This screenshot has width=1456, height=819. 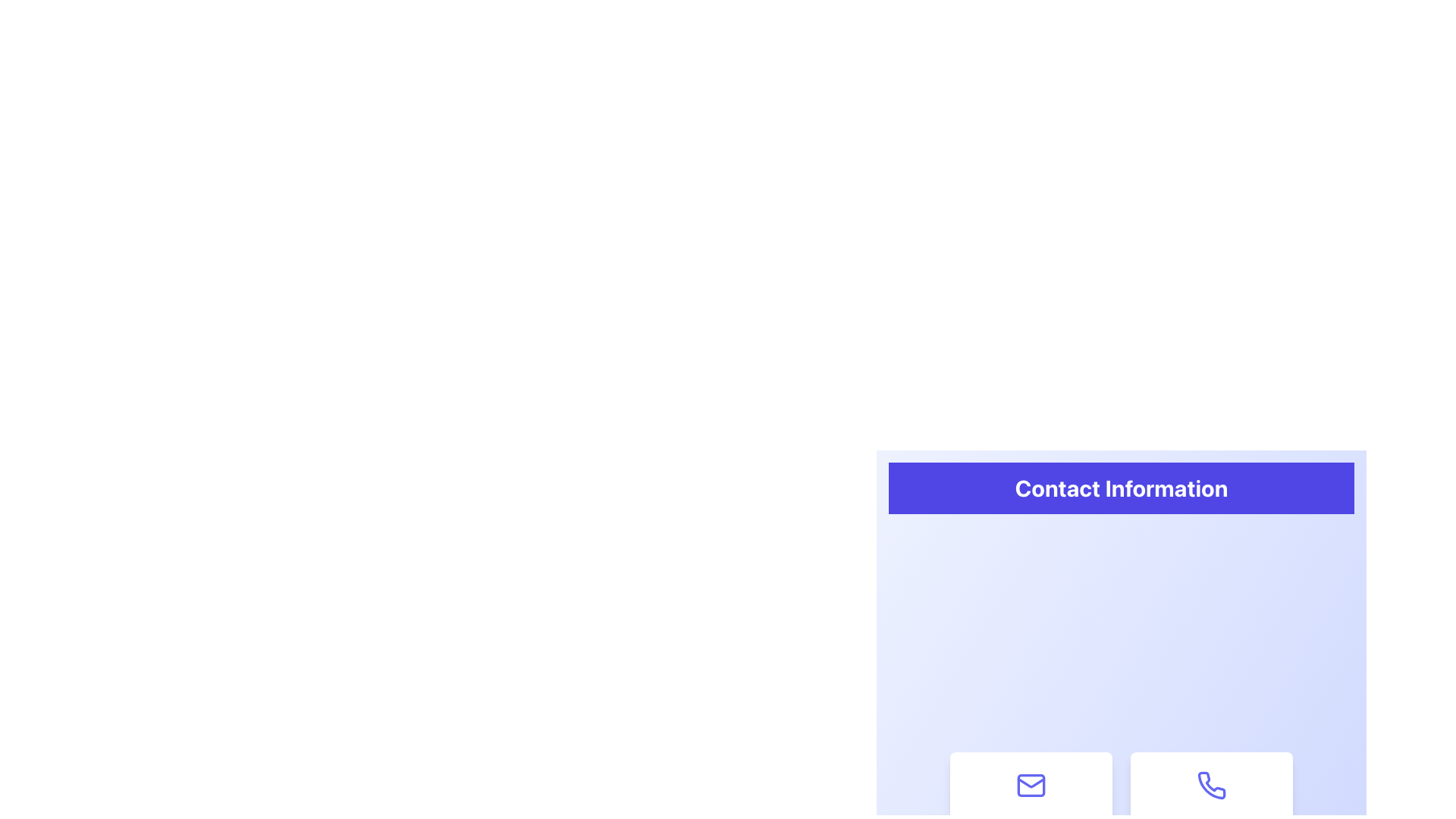 I want to click on the header indicating contact information, so click(x=1121, y=488).